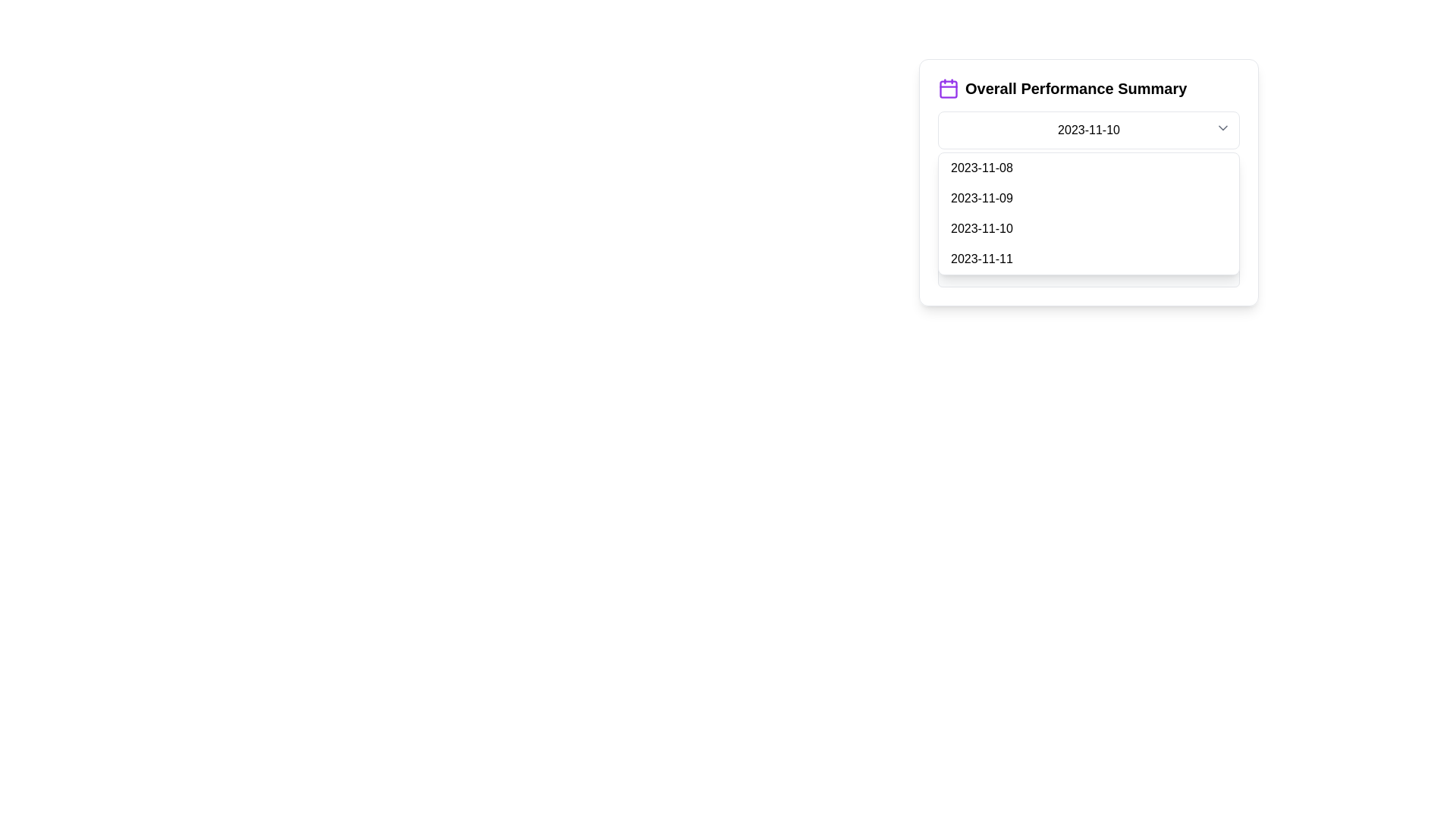  I want to click on the selectable item in the dropdown menu displaying the date '2023-11-09', so click(1087, 198).